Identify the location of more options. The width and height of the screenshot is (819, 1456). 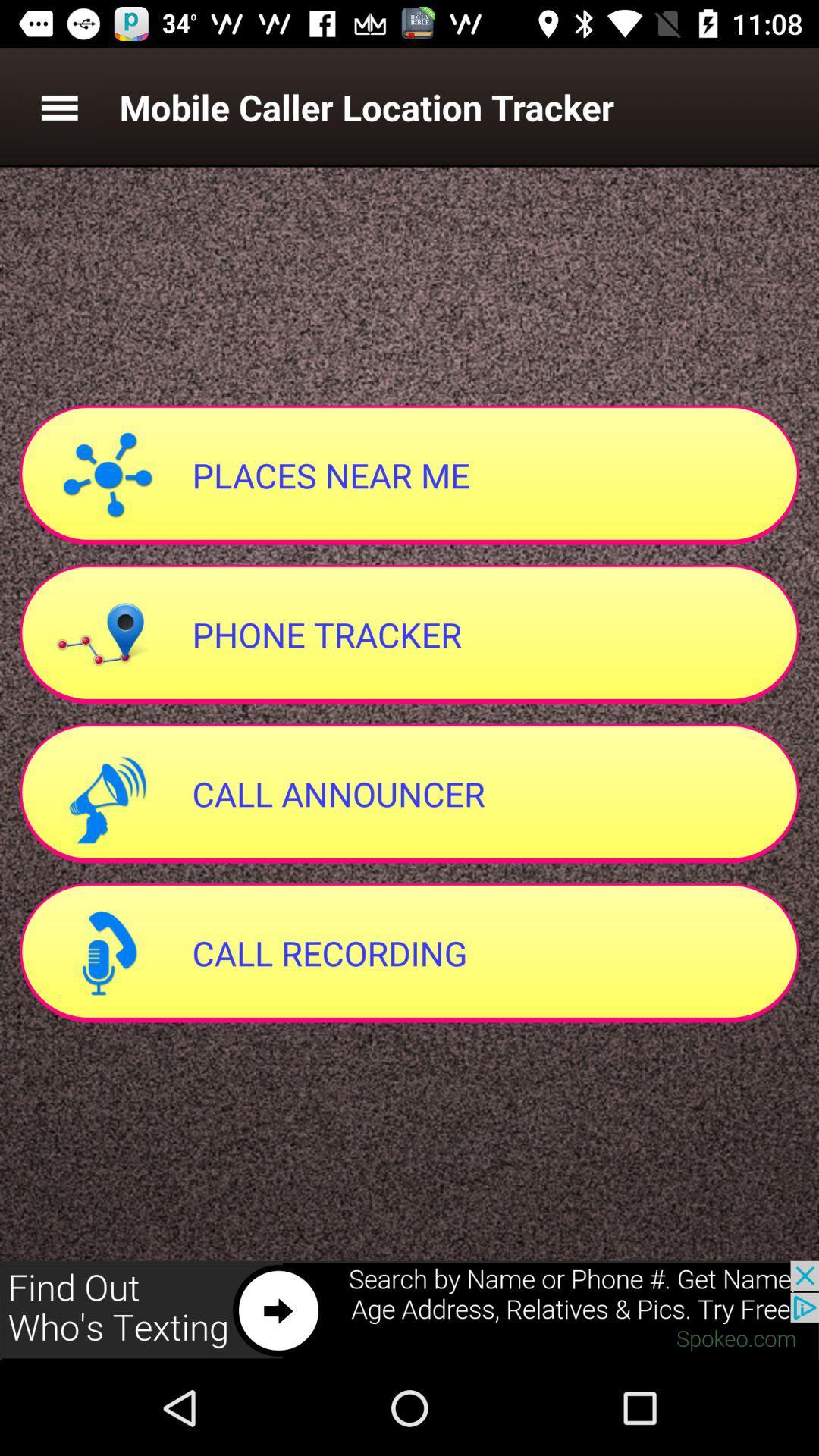
(58, 106).